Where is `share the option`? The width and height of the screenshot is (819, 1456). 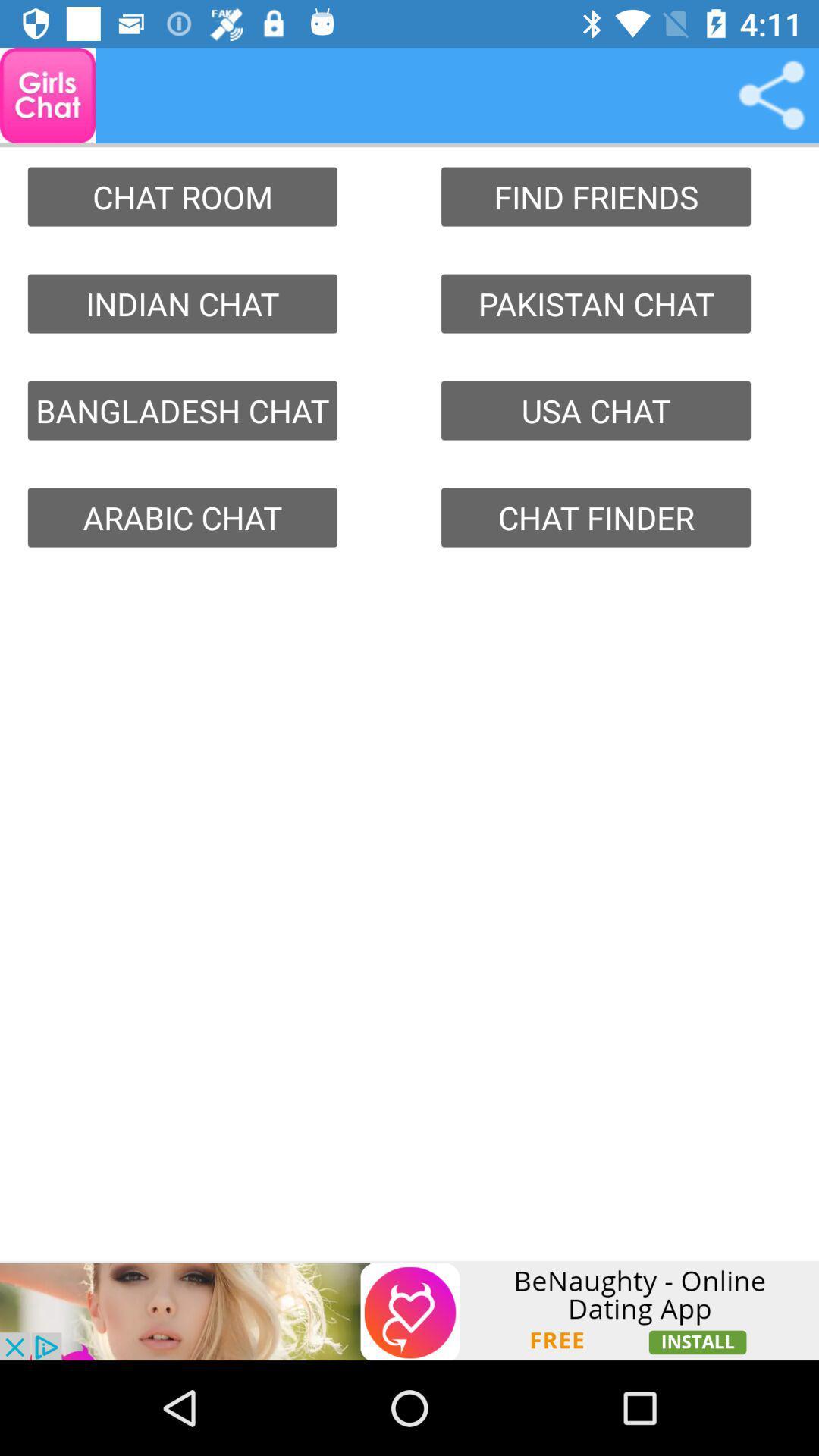 share the option is located at coordinates (771, 94).